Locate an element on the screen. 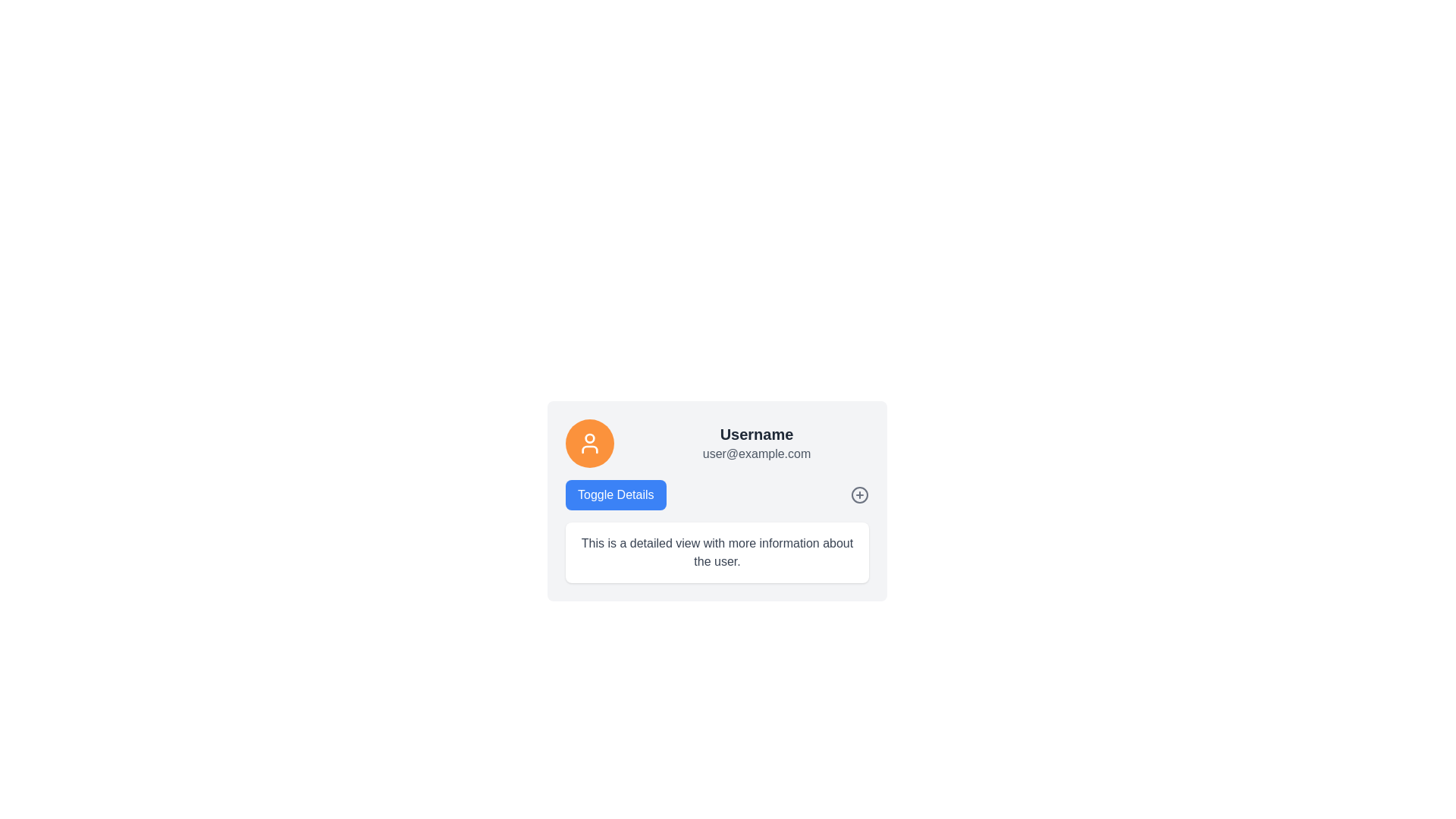  the email address text label displayed in the user's profile information, located below the 'Username' heading in the top-right area of the card-like UI is located at coordinates (757, 453).